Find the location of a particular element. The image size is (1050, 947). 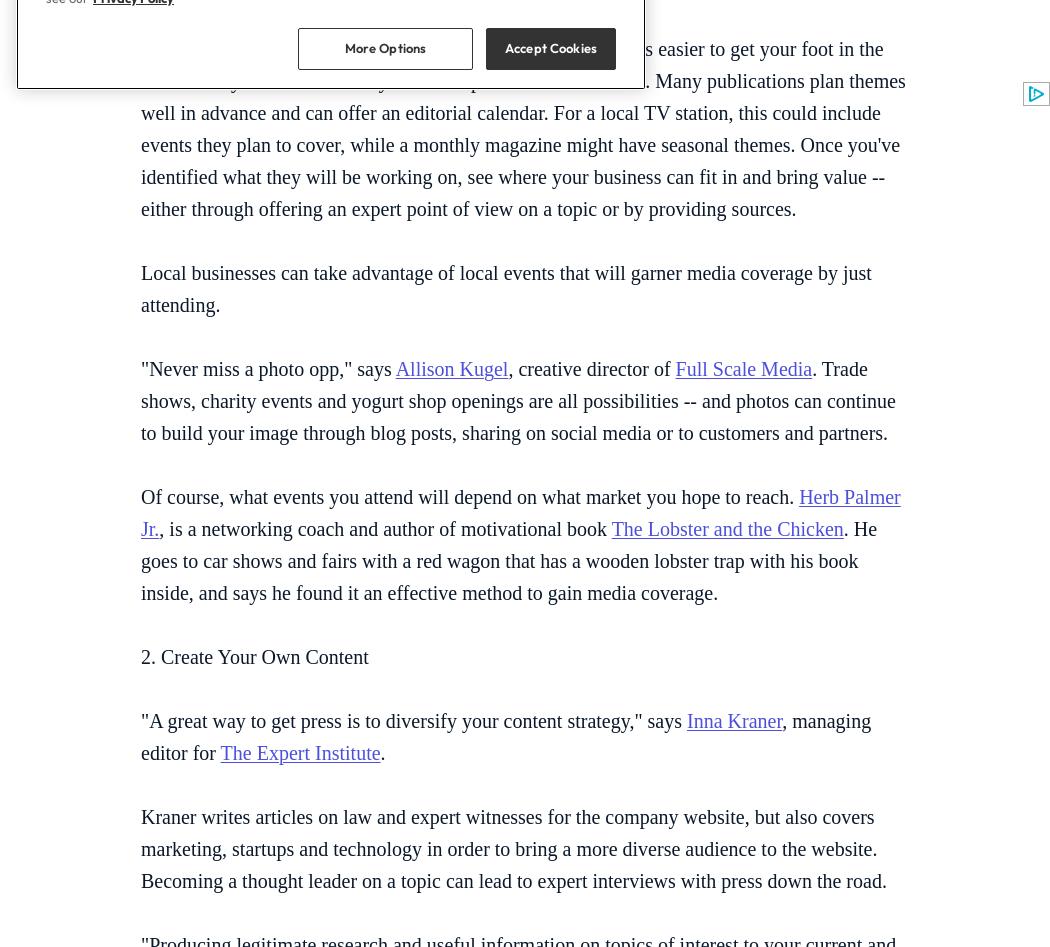

'Full Scale Media' is located at coordinates (742, 367).